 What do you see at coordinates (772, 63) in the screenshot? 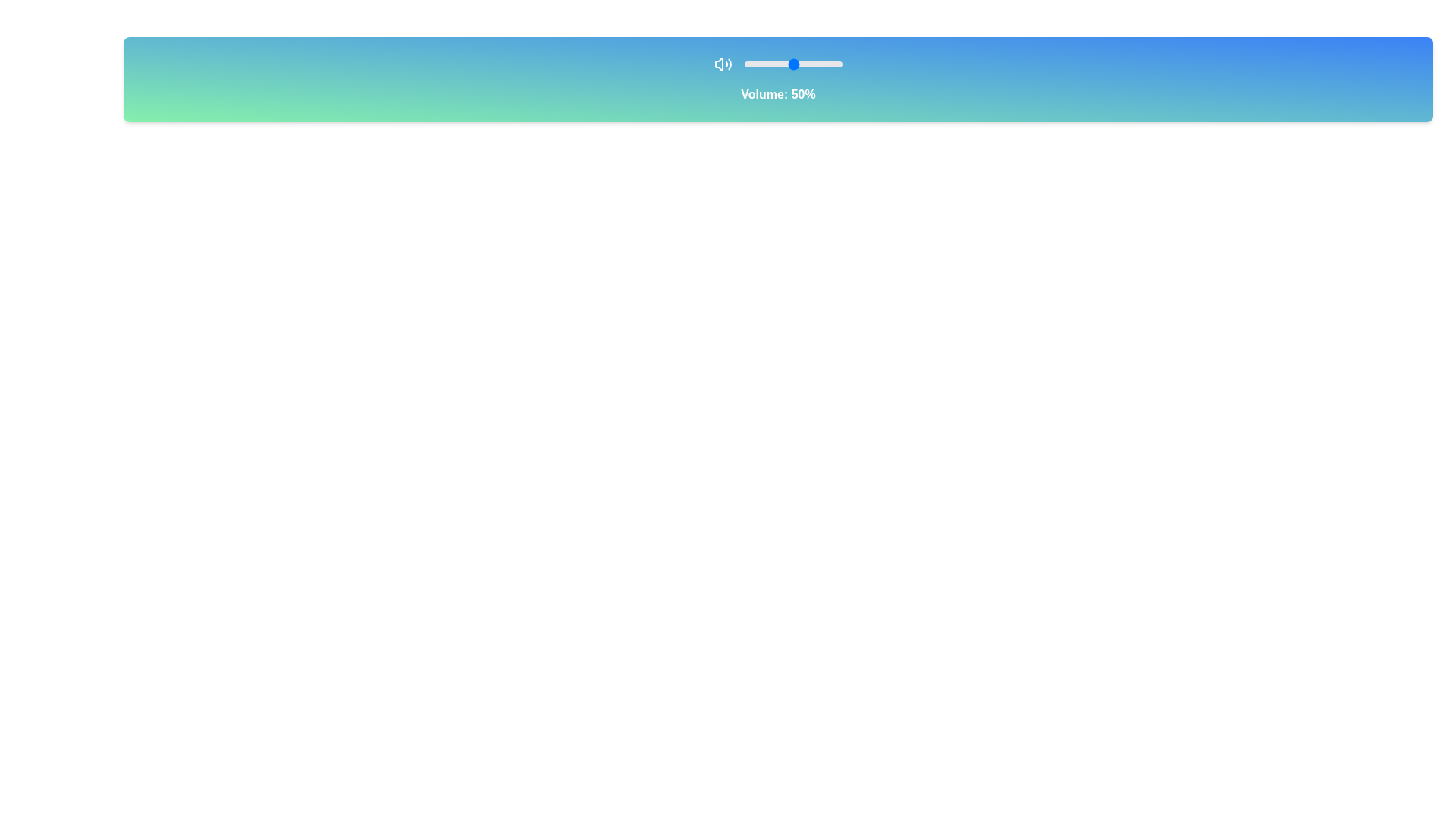
I see `the volume level on the slider` at bounding box center [772, 63].